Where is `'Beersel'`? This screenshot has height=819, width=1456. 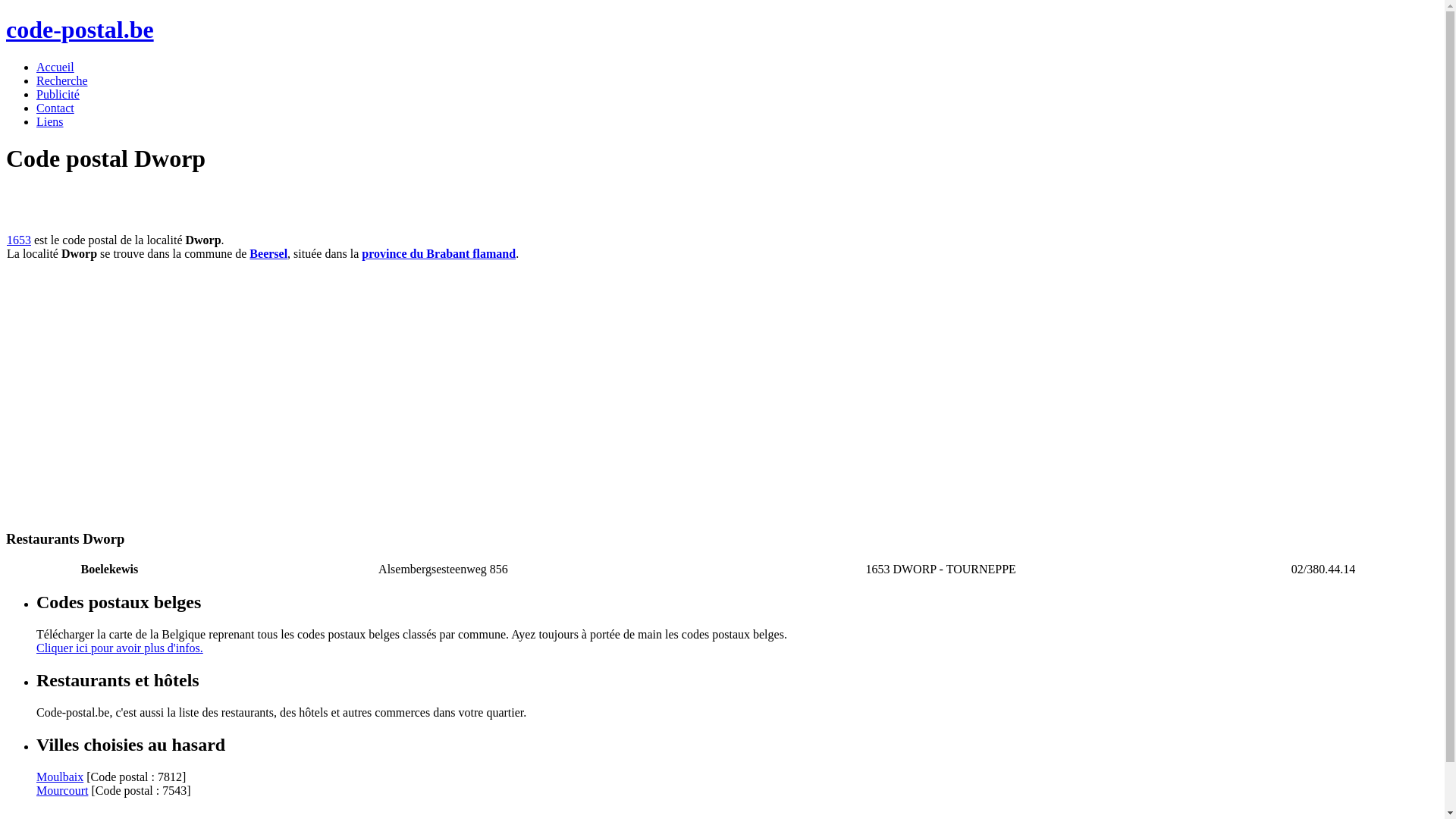
'Beersel' is located at coordinates (268, 253).